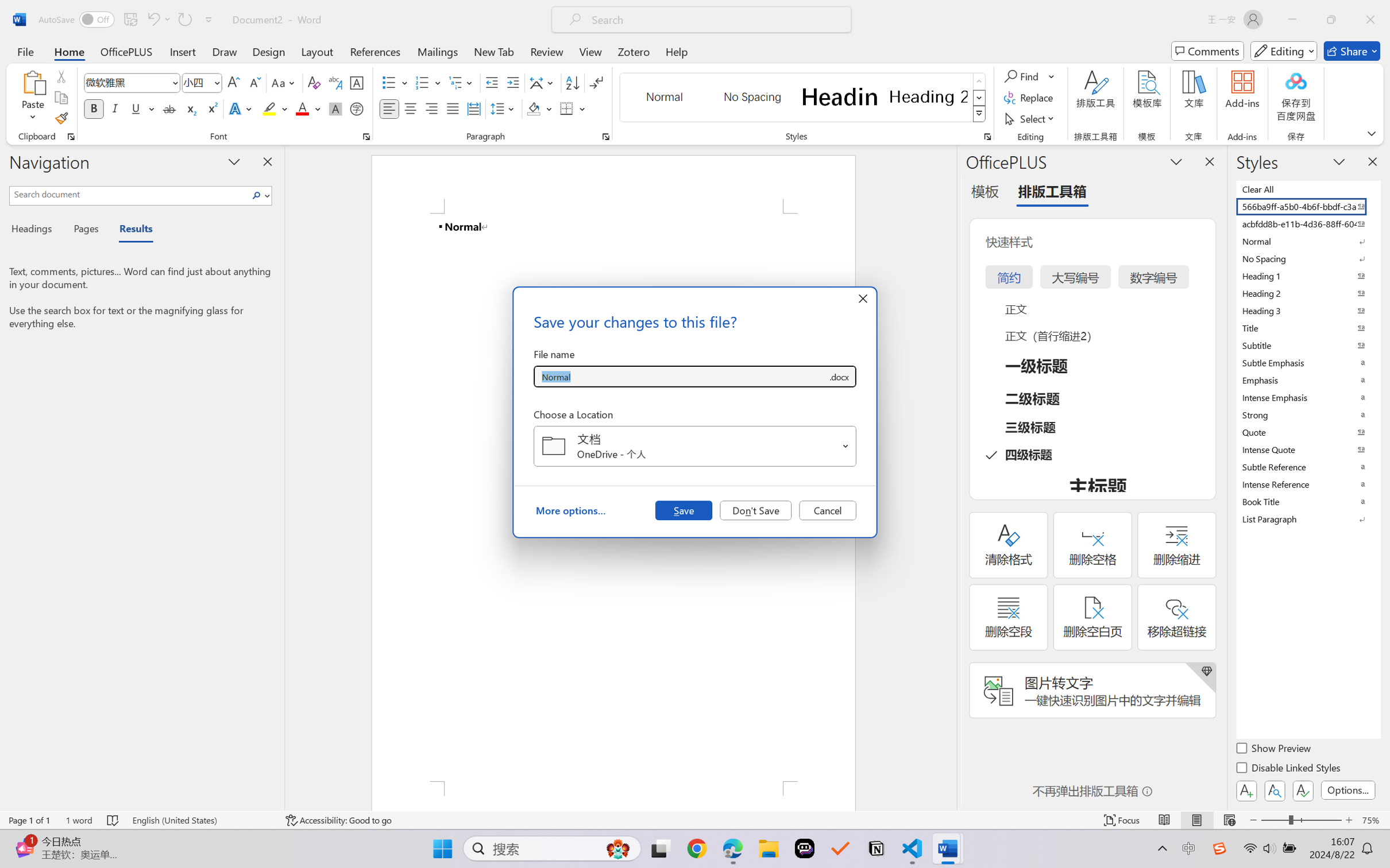  Describe the element at coordinates (1307, 223) in the screenshot. I see `'acbfdd8b-e11b-4d36-88ff-6049b138f862'` at that location.